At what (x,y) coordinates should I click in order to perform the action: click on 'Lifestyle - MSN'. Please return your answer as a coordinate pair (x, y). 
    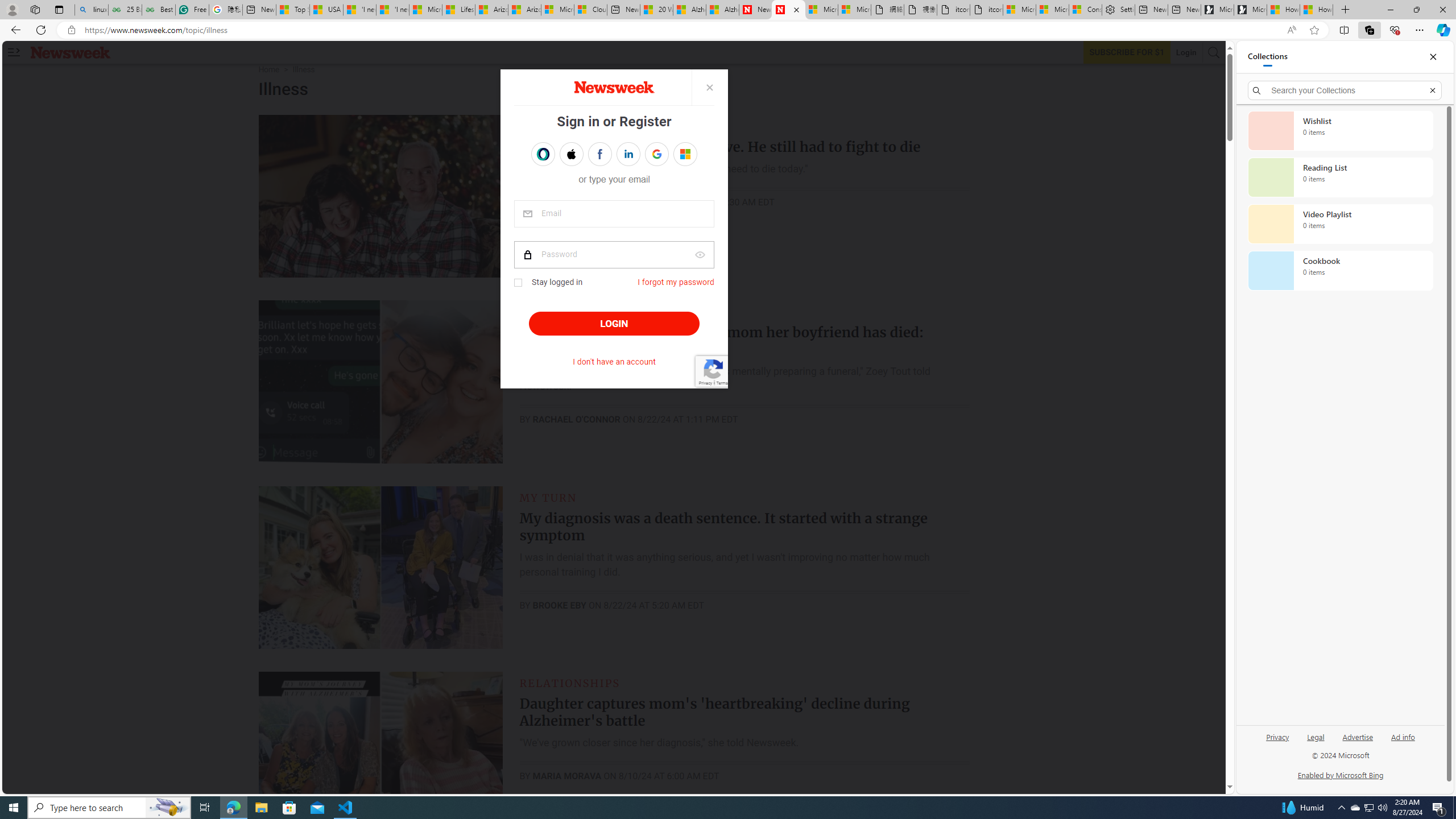
    Looking at the image, I should click on (458, 9).